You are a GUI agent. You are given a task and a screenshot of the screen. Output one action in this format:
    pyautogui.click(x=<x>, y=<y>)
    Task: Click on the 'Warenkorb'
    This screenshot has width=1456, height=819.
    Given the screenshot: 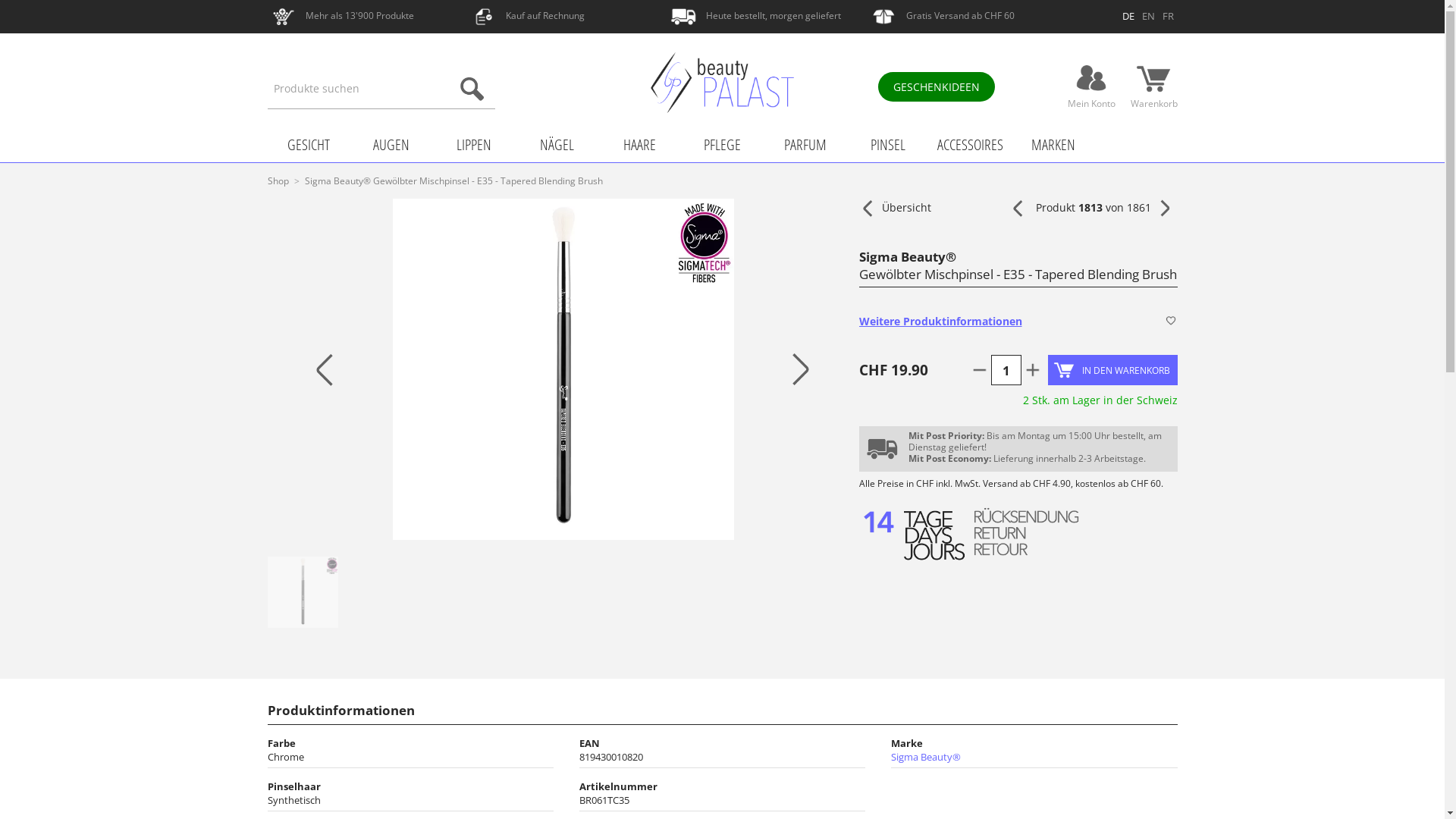 What is the action you would take?
    pyautogui.click(x=1153, y=79)
    